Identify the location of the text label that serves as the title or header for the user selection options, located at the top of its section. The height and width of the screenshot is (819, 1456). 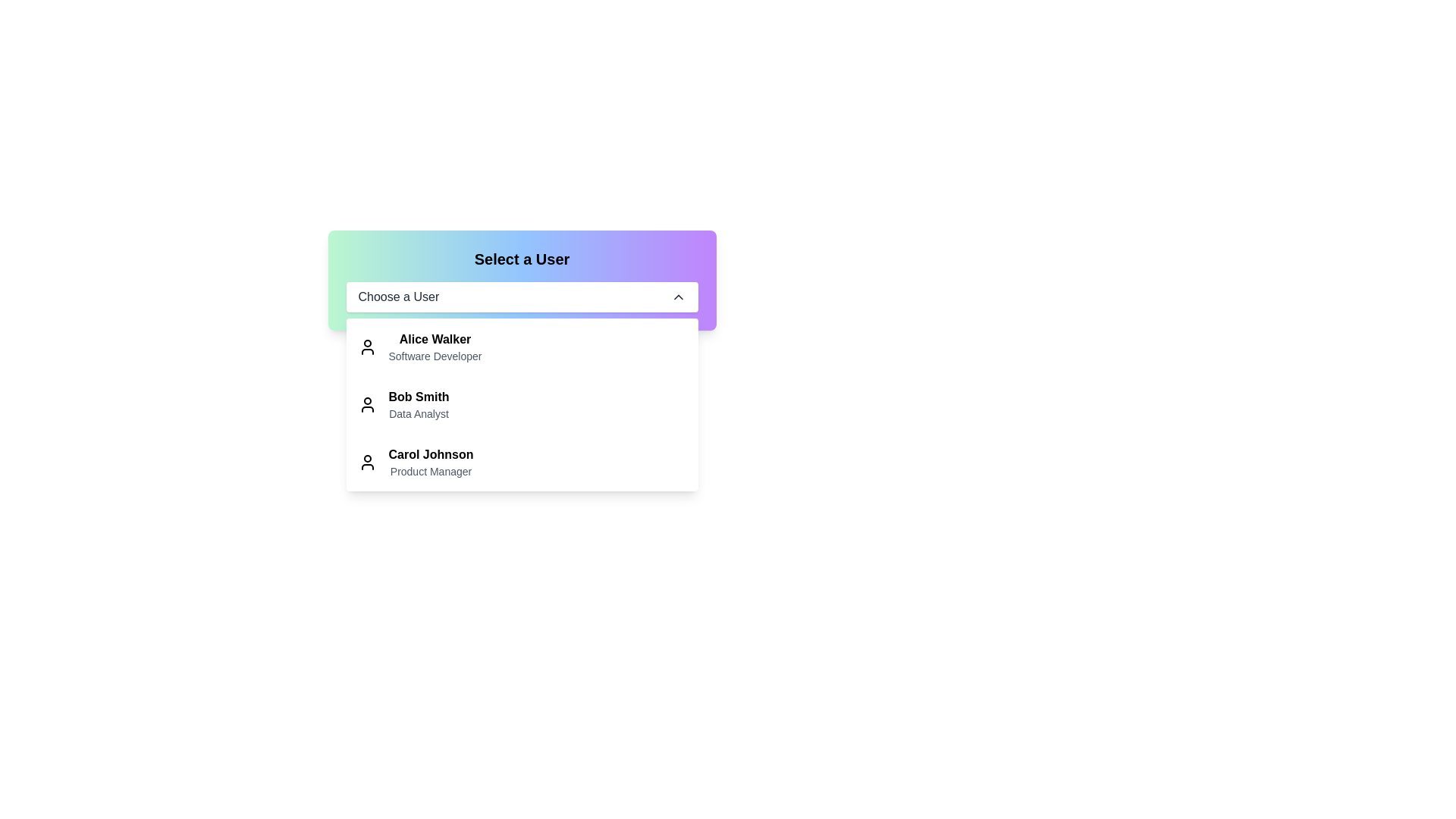
(522, 259).